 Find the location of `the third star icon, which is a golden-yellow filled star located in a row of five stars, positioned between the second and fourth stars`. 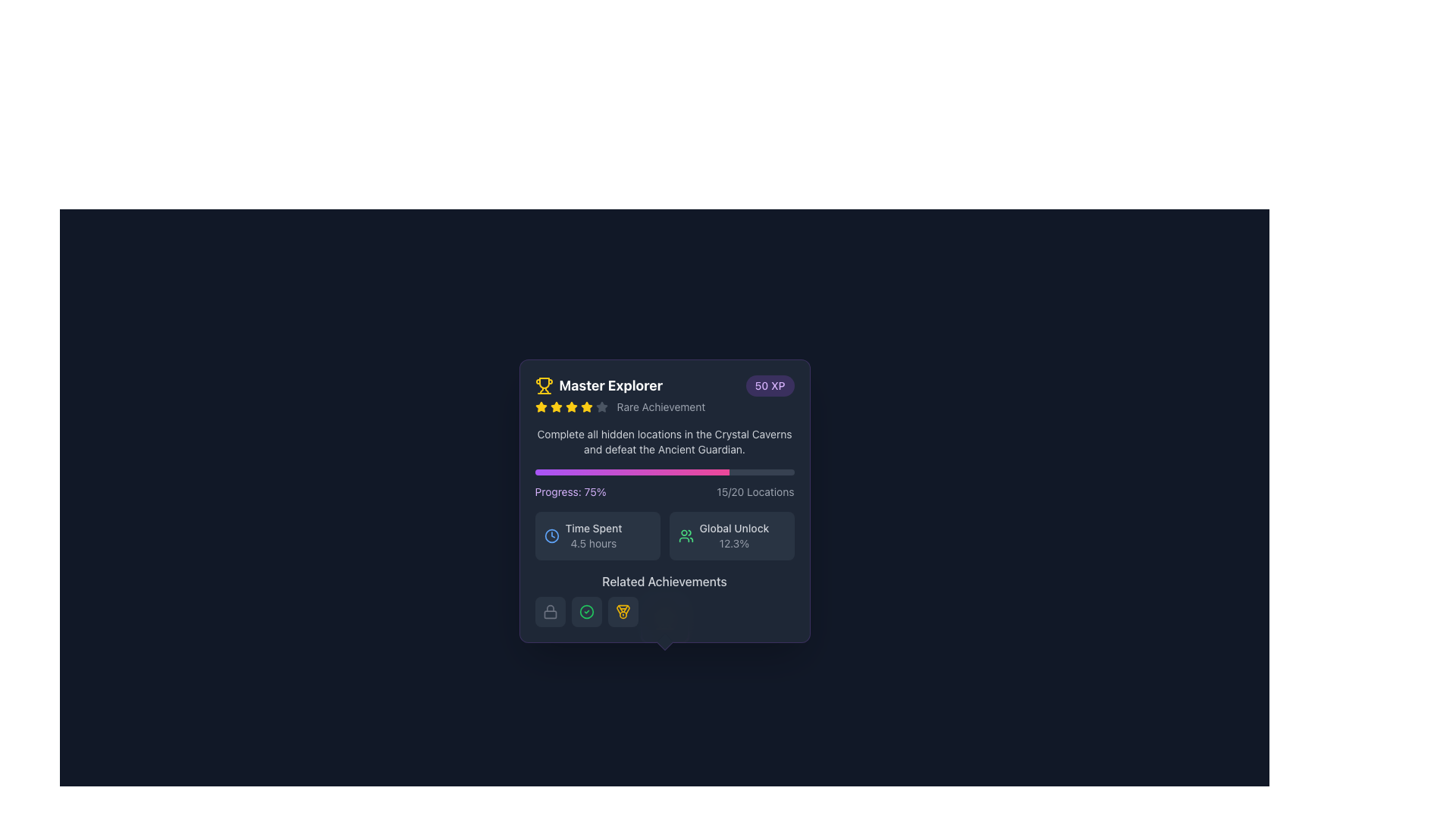

the third star icon, which is a golden-yellow filled star located in a row of five stars, positioned between the second and fourth stars is located at coordinates (570, 406).